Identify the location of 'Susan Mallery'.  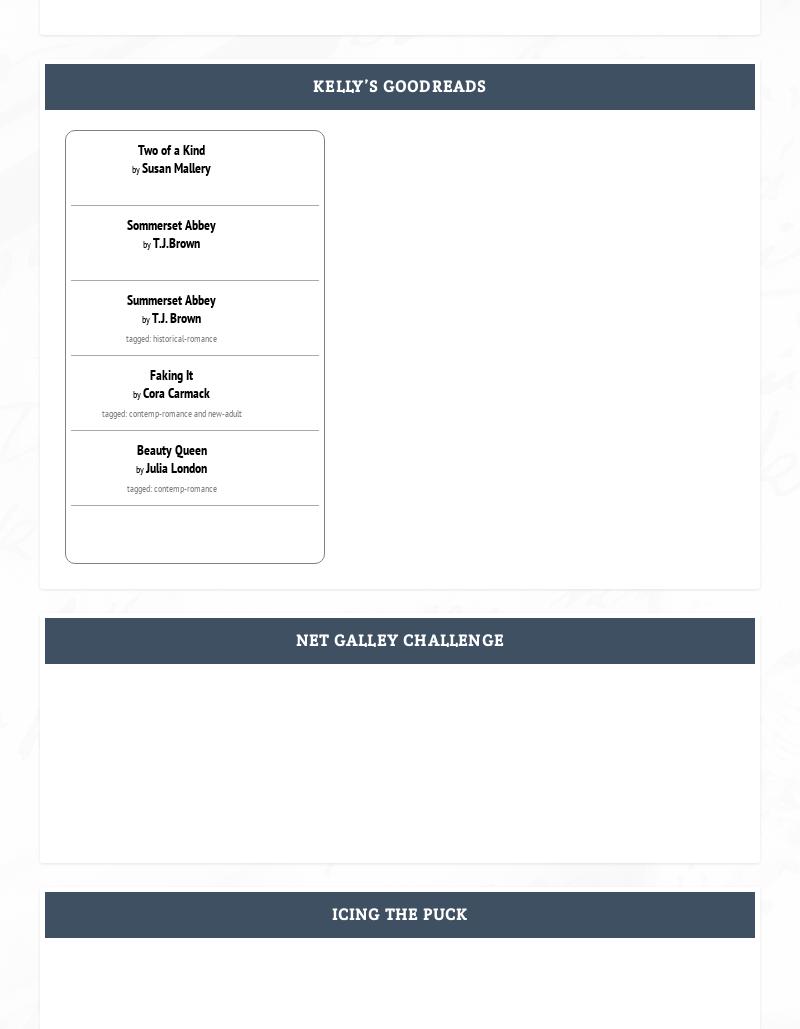
(175, 168).